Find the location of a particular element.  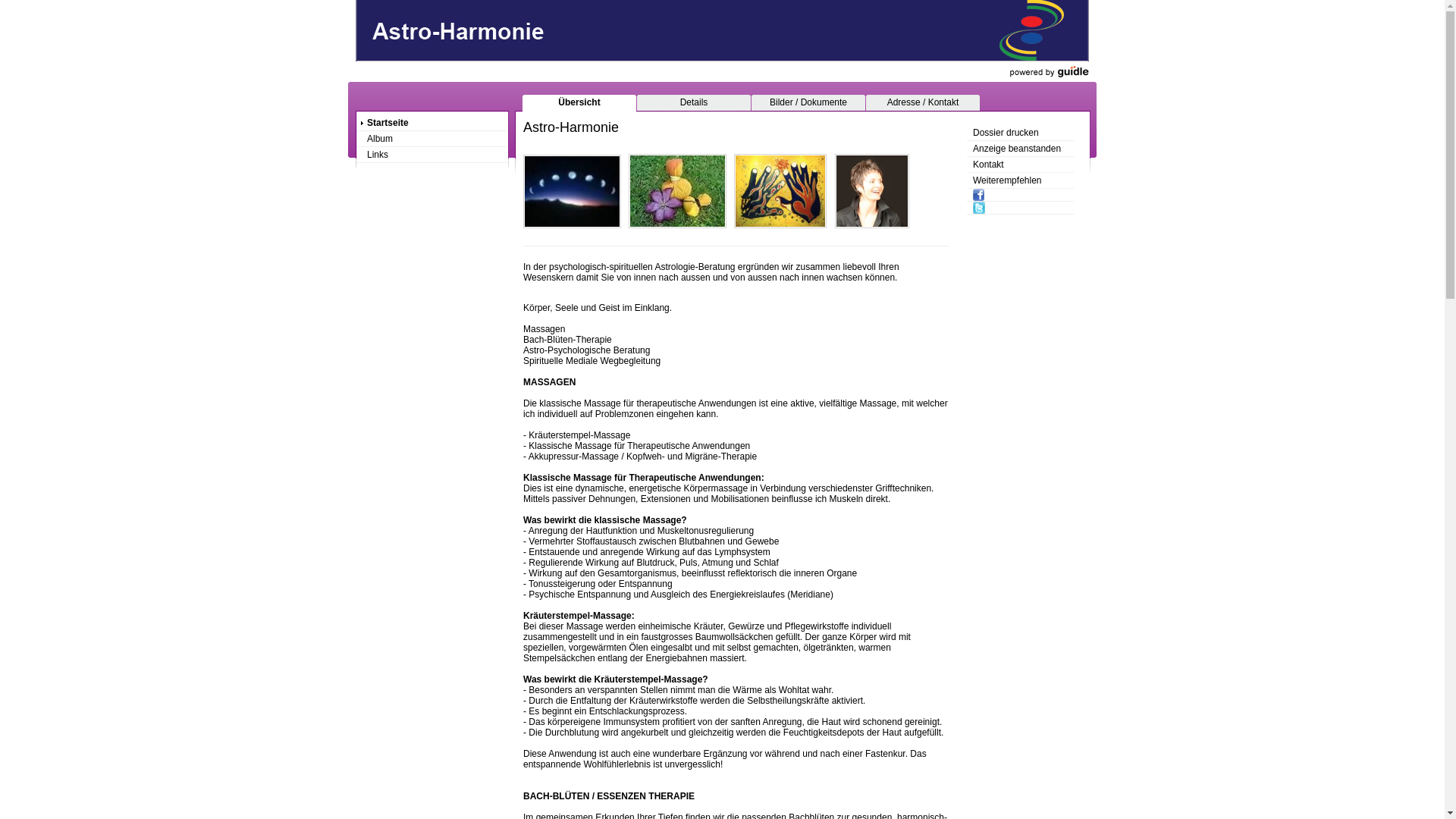

'Anzeige beanstanden' is located at coordinates (966, 149).